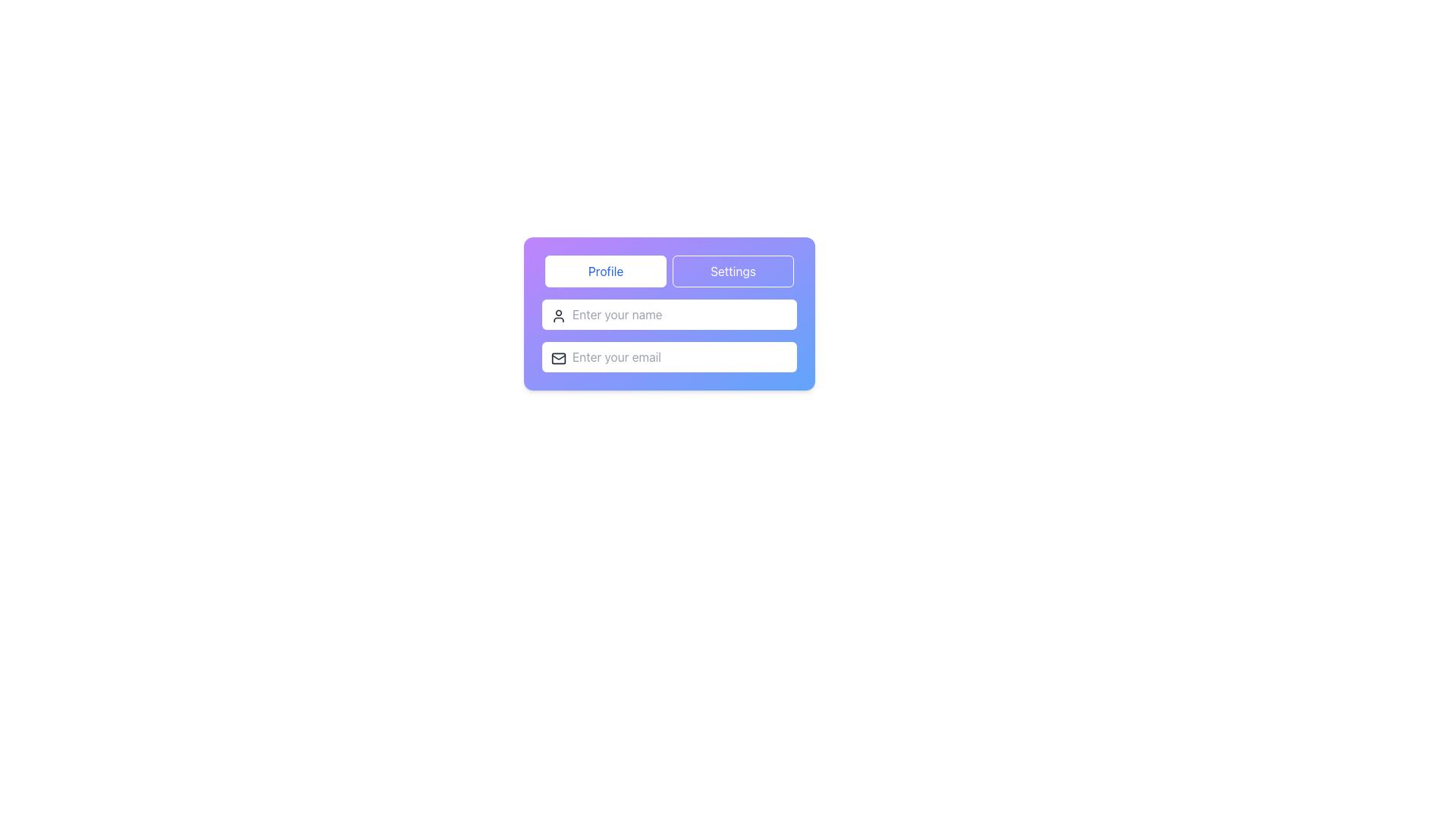 This screenshot has width=1456, height=819. Describe the element at coordinates (558, 315) in the screenshot. I see `the user silhouette icon located inside the 'Enter your name' input field, positioned at the top left corner of the input box` at that location.